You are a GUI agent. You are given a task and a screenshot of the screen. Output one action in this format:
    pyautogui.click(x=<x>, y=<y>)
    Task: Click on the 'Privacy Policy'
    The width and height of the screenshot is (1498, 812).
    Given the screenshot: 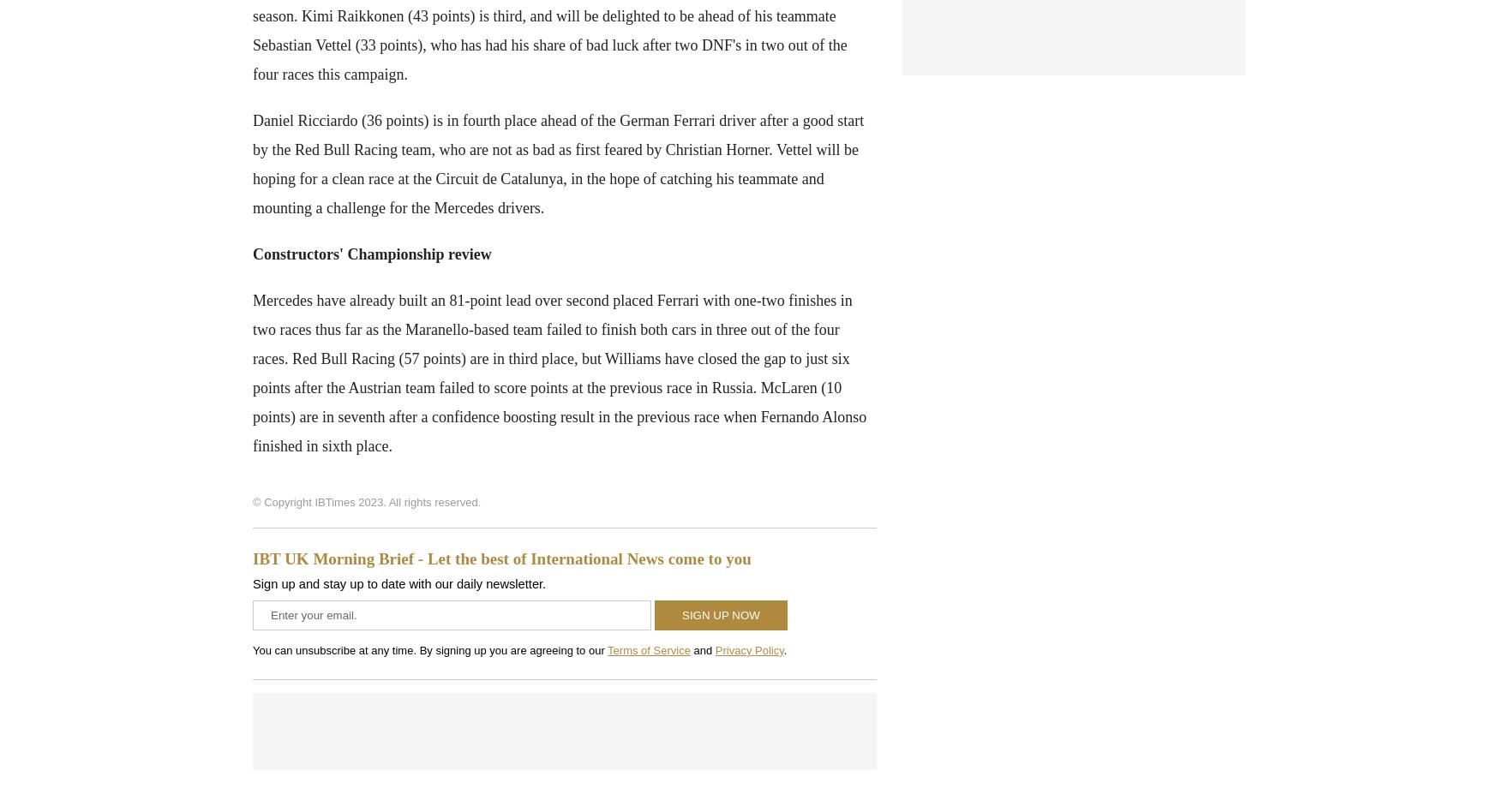 What is the action you would take?
    pyautogui.click(x=749, y=649)
    